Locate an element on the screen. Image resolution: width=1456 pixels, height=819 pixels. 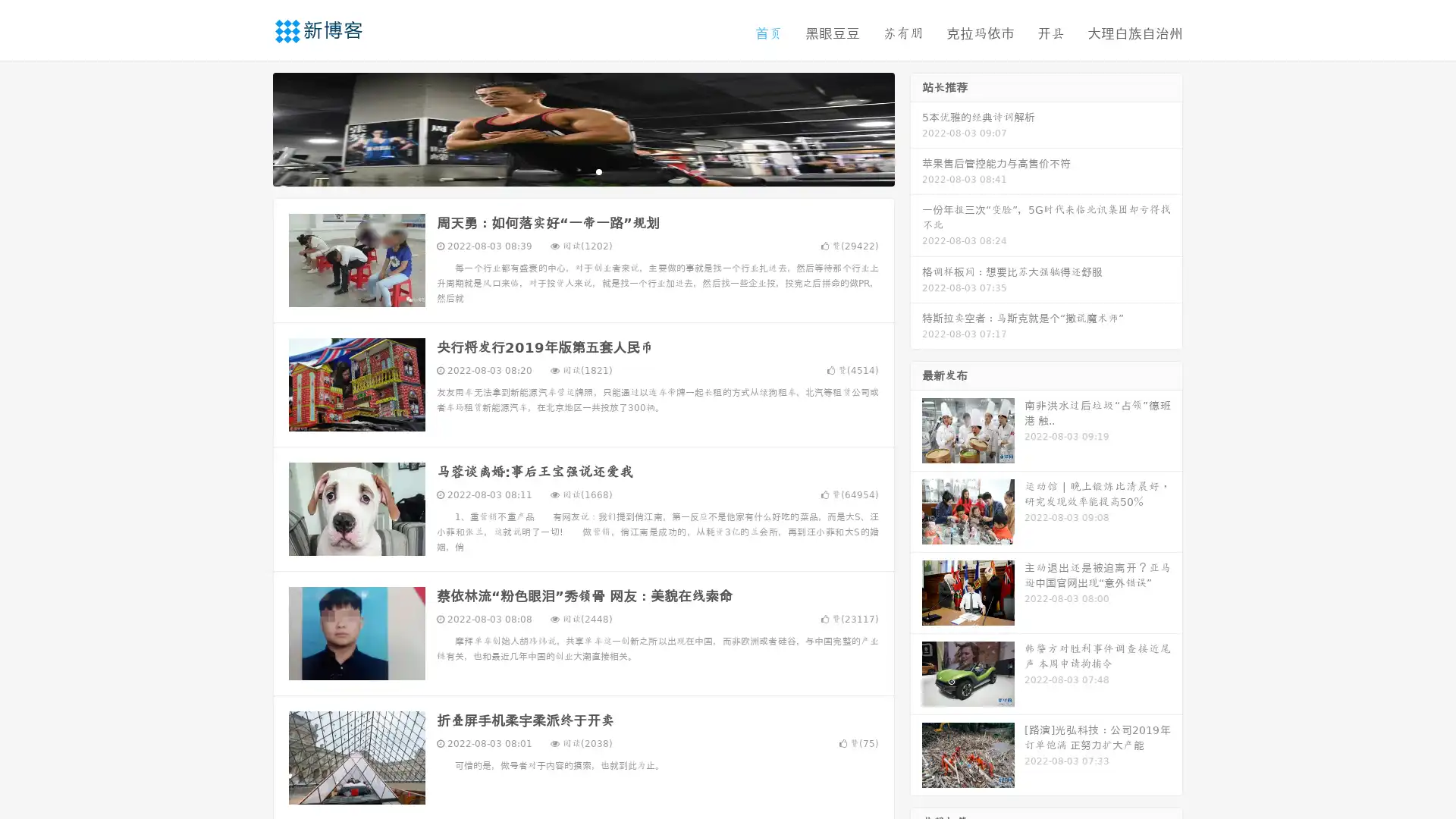
Previous slide is located at coordinates (250, 127).